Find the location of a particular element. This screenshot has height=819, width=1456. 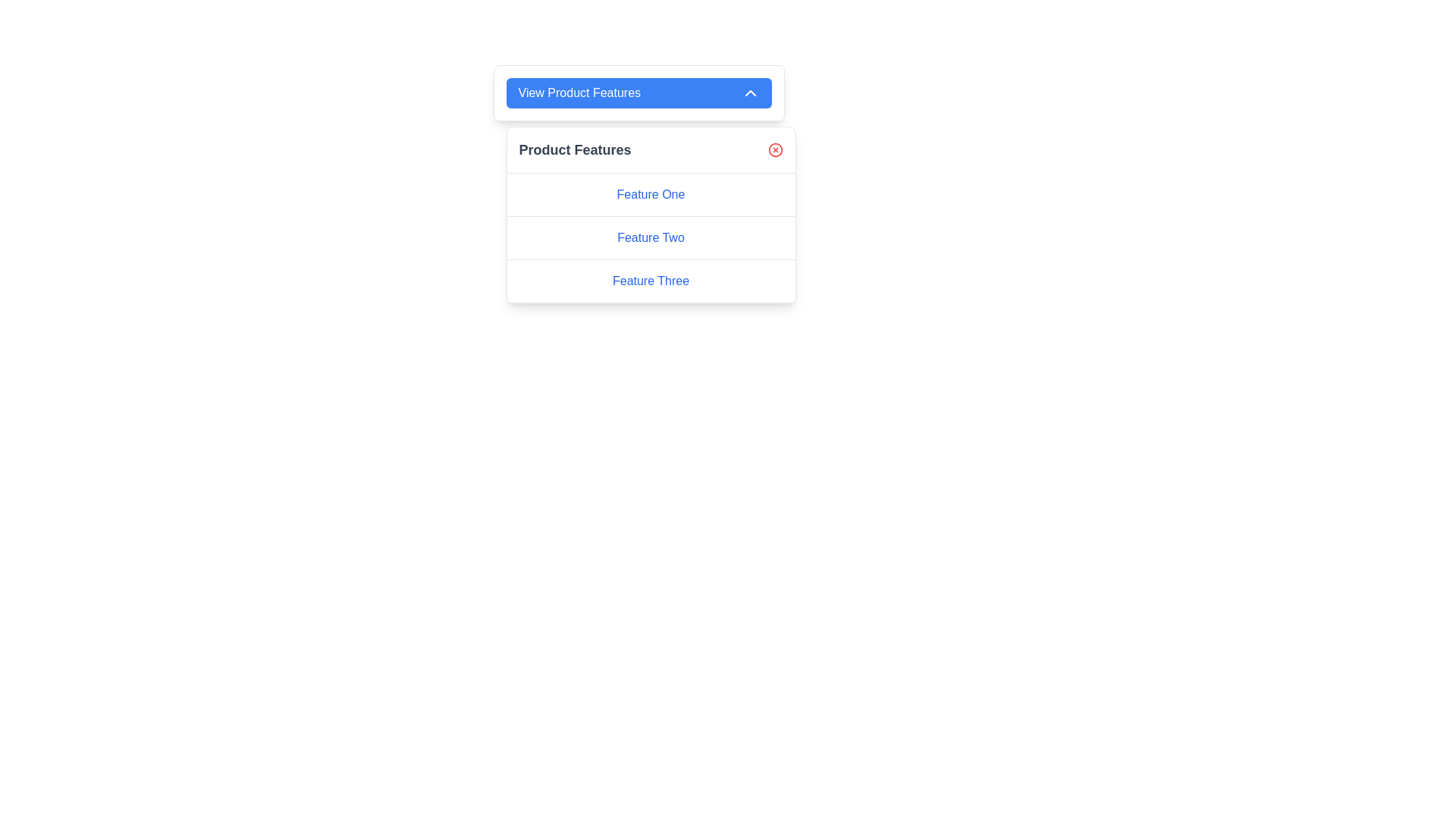

the list component containing items 'Feature One', 'Feature Two', and 'Feature Three' is located at coordinates (651, 238).